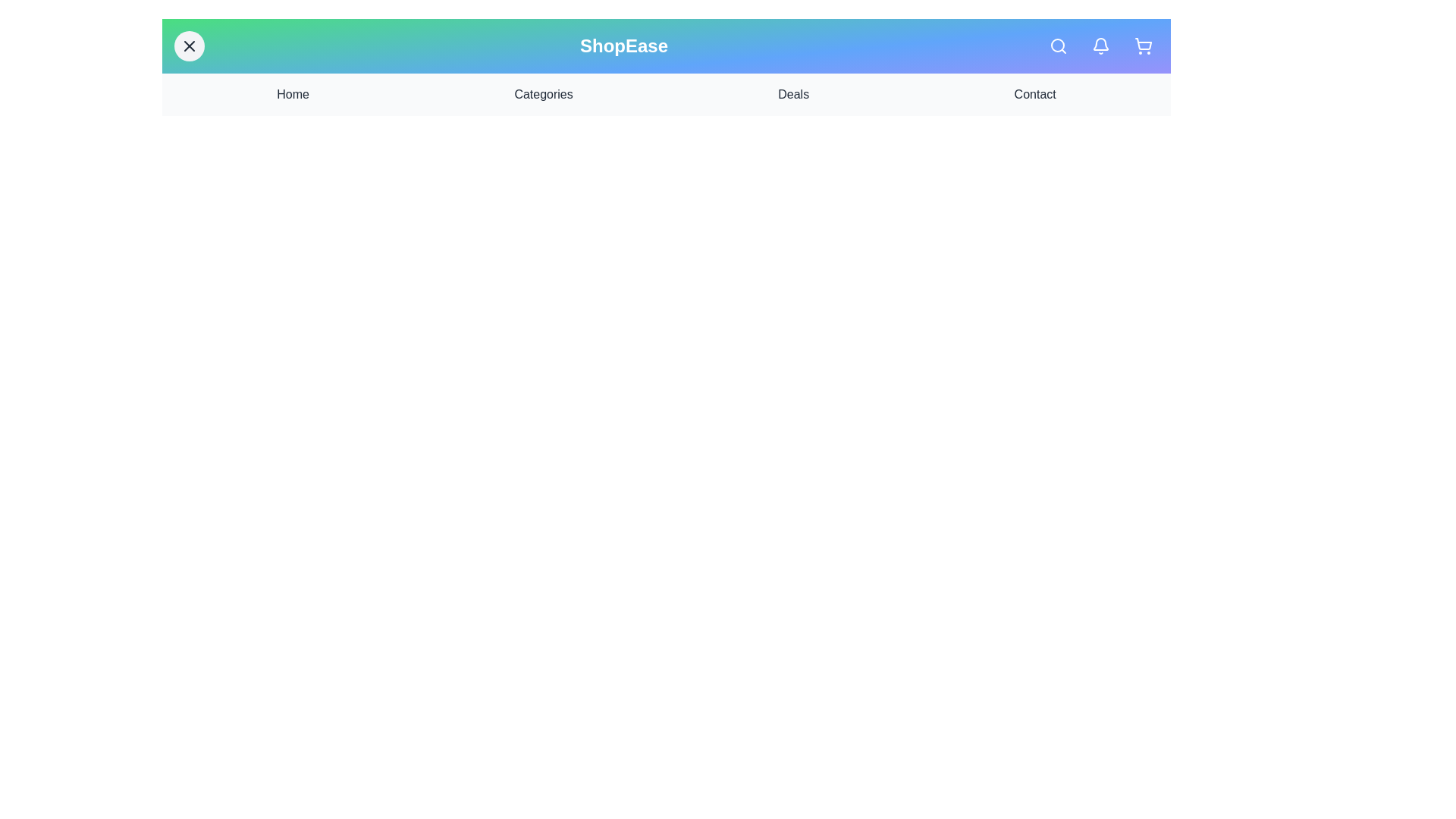  I want to click on the cart icon in the navigation bar, so click(1143, 45).